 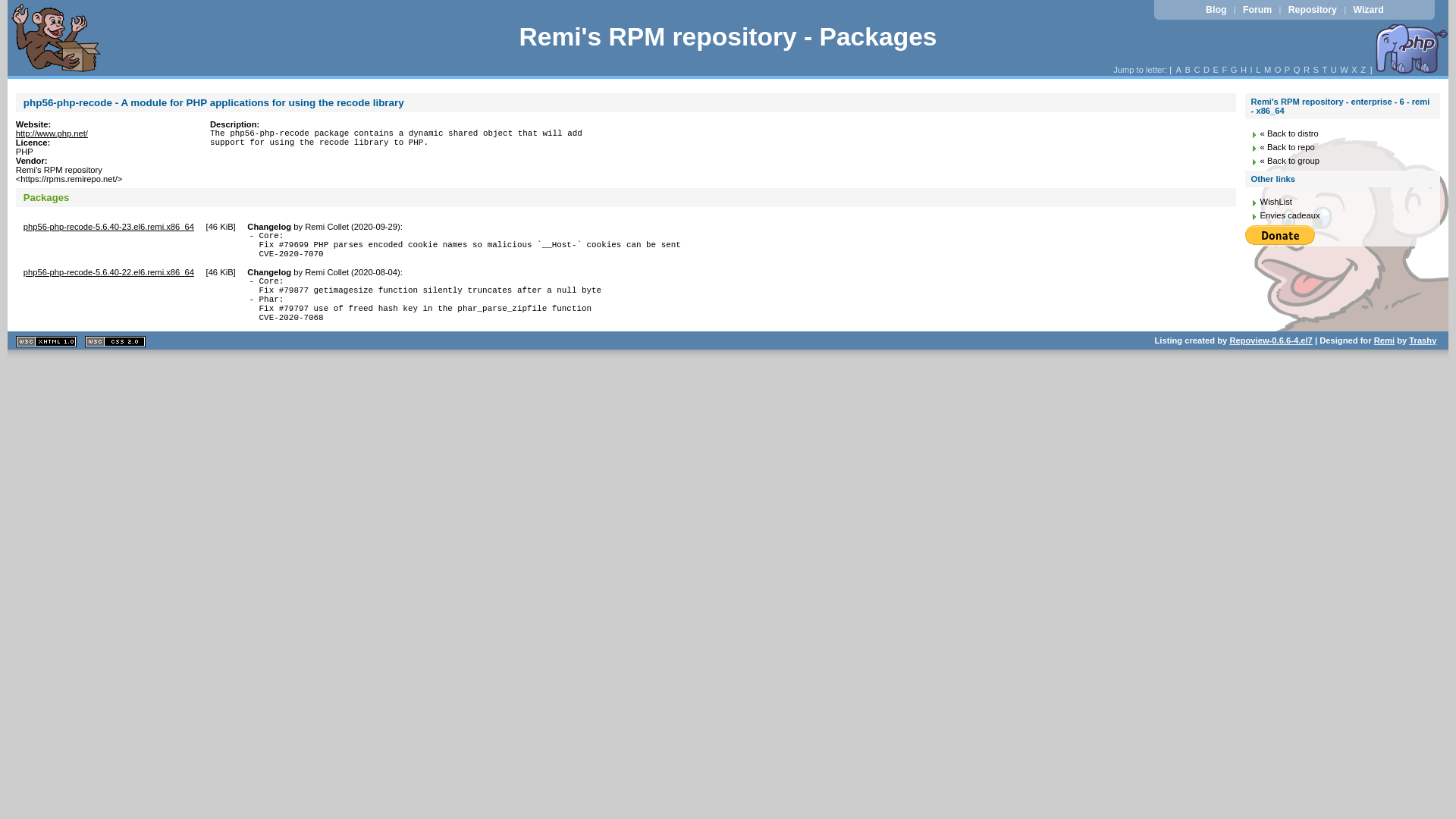 I want to click on 'B', so click(x=1186, y=70).